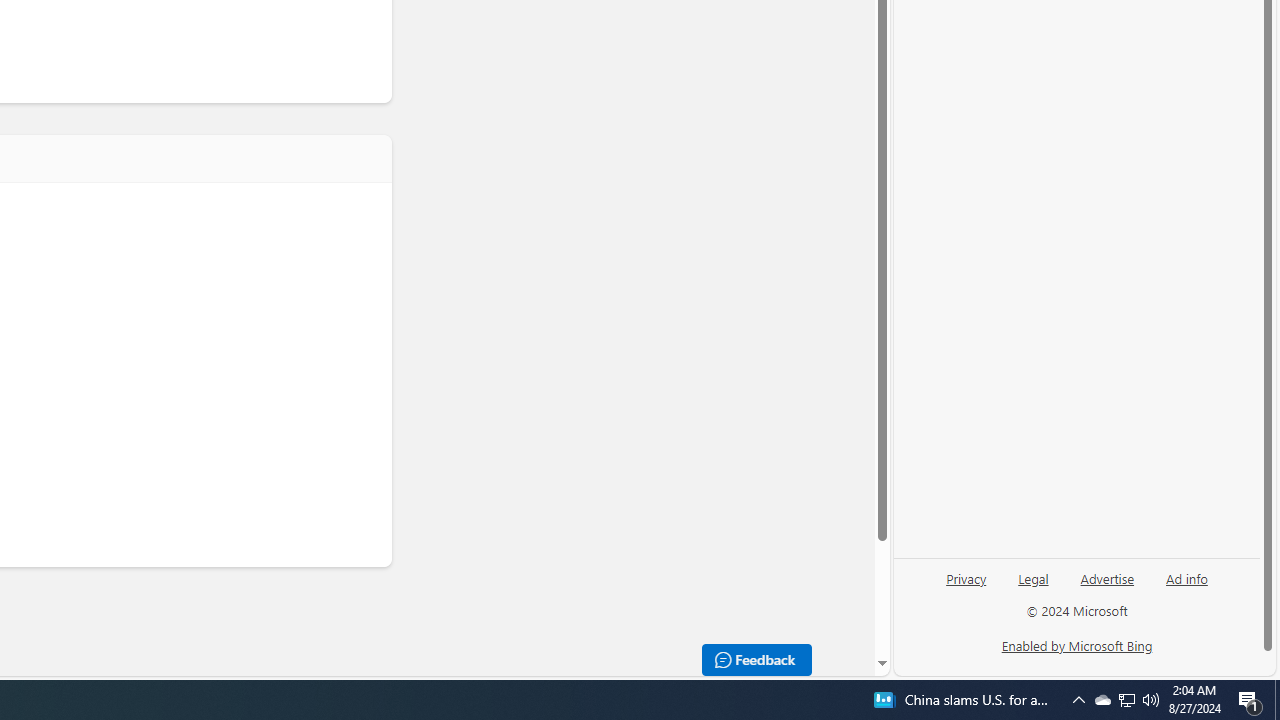  Describe the element at coordinates (966, 577) in the screenshot. I see `'Privacy'` at that location.